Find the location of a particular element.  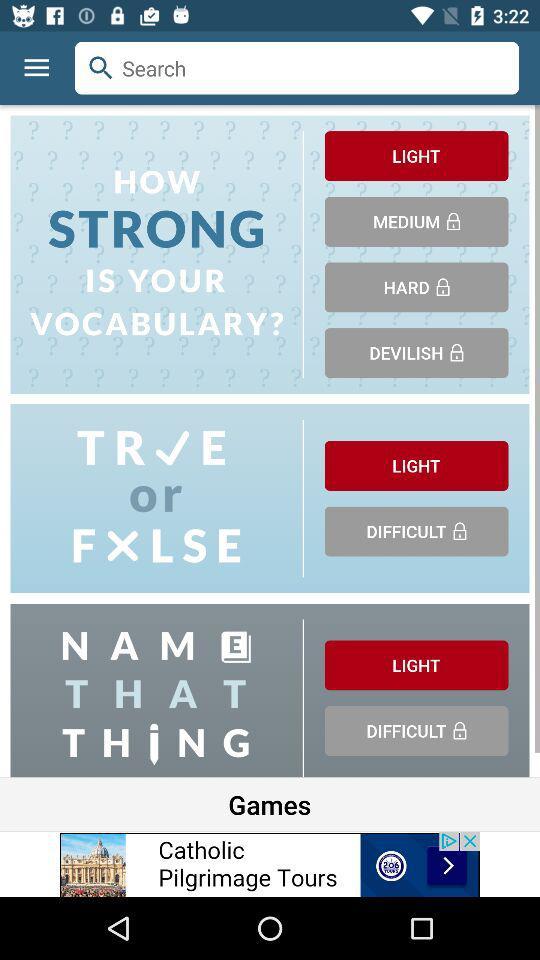

advertisements image is located at coordinates (270, 863).